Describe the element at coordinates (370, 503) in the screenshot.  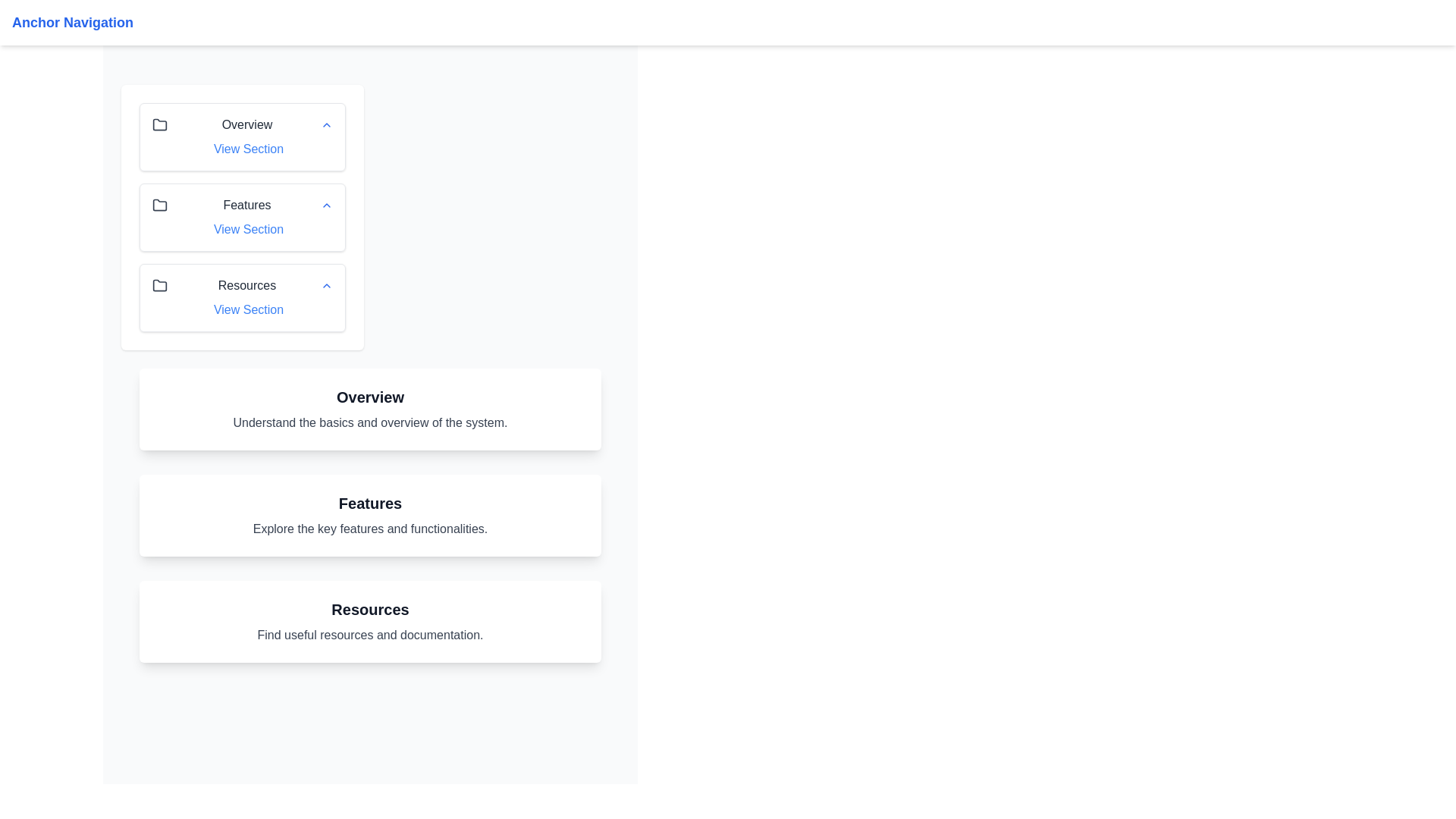
I see `the bold, black-colored text labeled 'Features', which is centered beneath the header 'Overview'` at that location.